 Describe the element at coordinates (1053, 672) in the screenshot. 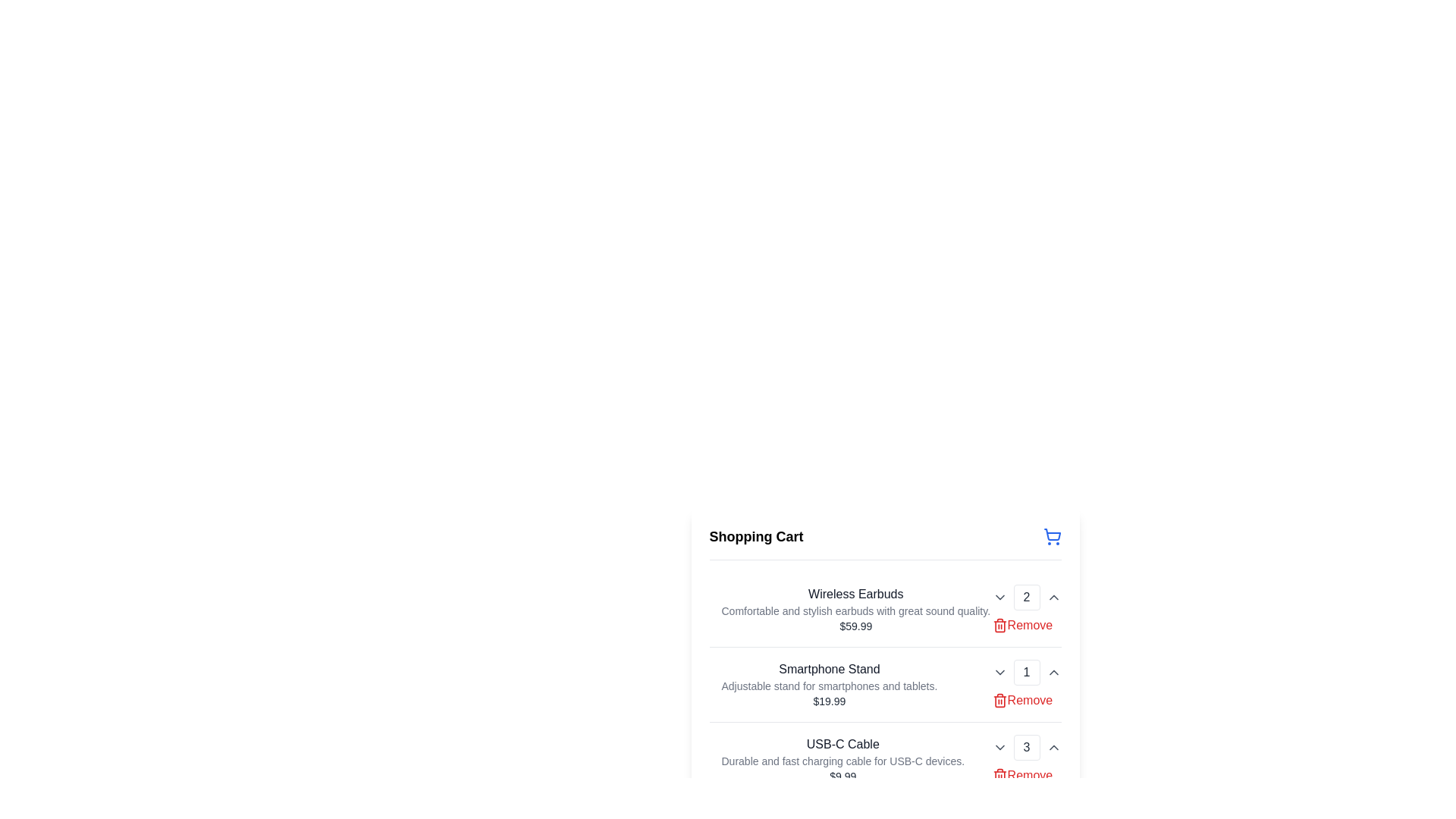

I see `the interactive chevron icon button, which is a small upward-facing arrowhead located to the right of the increment number box for the item count in the Shopping Cart area` at that location.